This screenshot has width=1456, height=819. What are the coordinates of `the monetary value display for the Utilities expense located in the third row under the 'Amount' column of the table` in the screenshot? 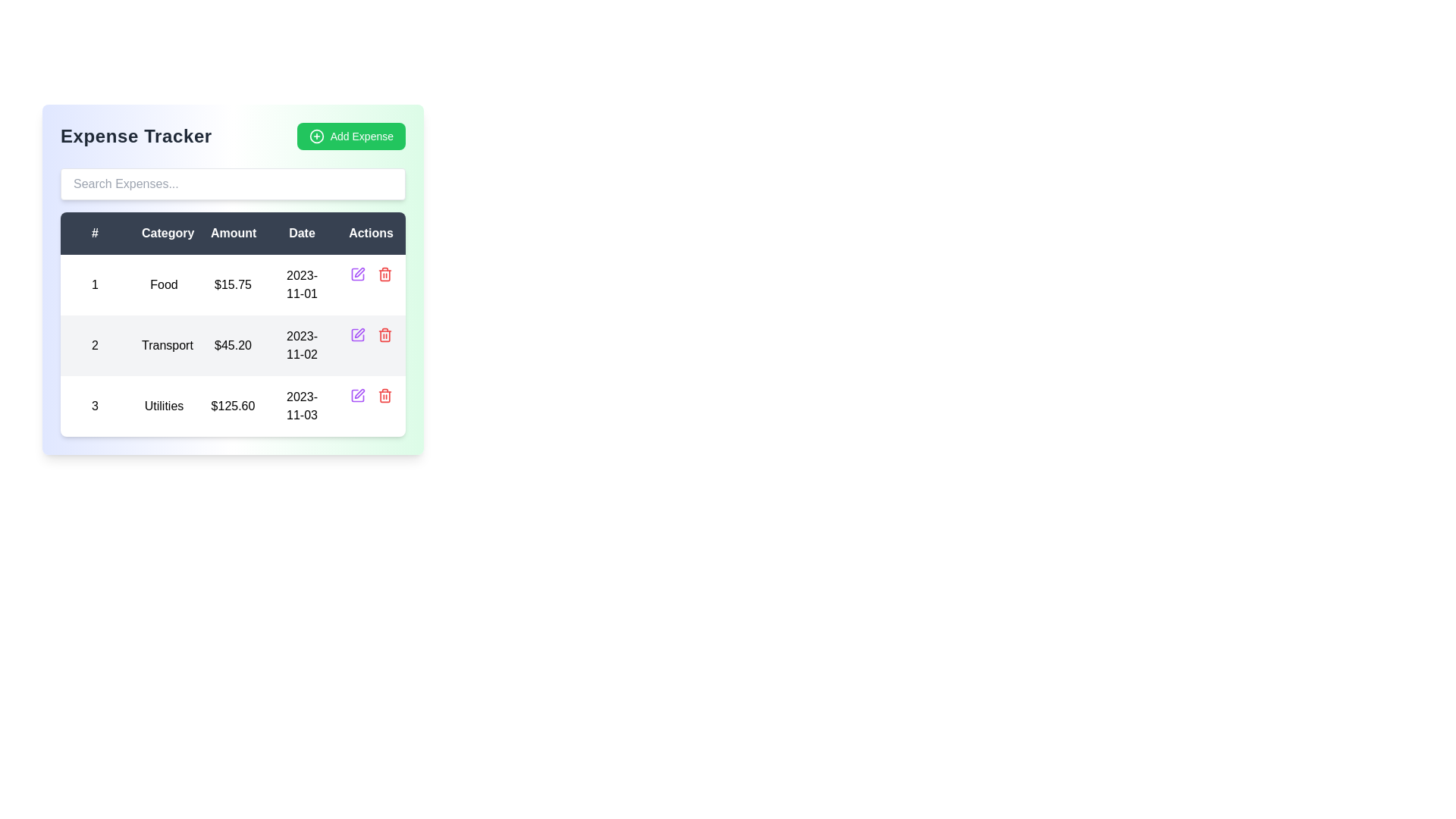 It's located at (232, 406).